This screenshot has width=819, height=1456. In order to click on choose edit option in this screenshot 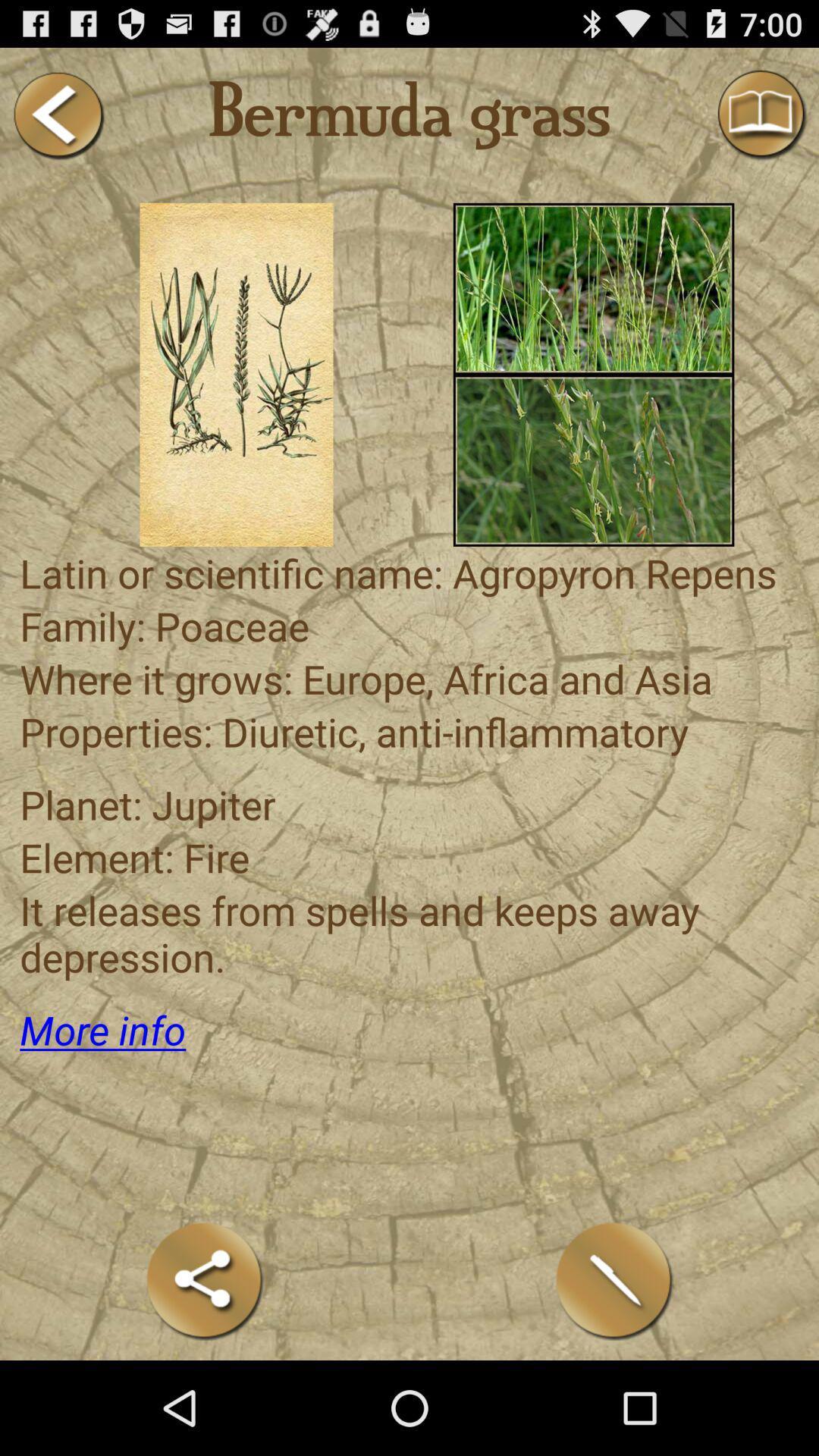, I will do `click(614, 1280)`.